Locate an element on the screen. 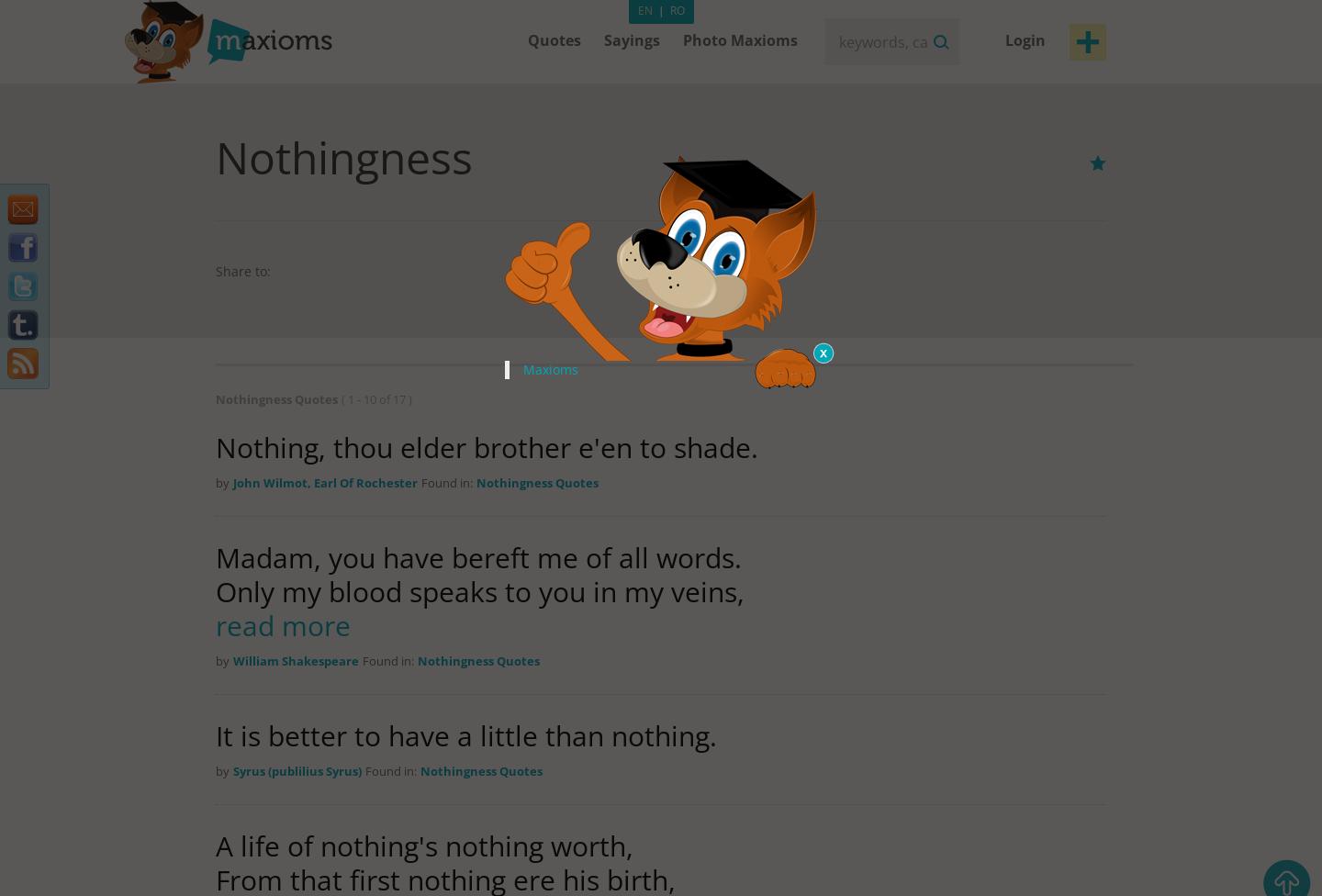  'A life of nothing's nothing worth,' is located at coordinates (216, 845).